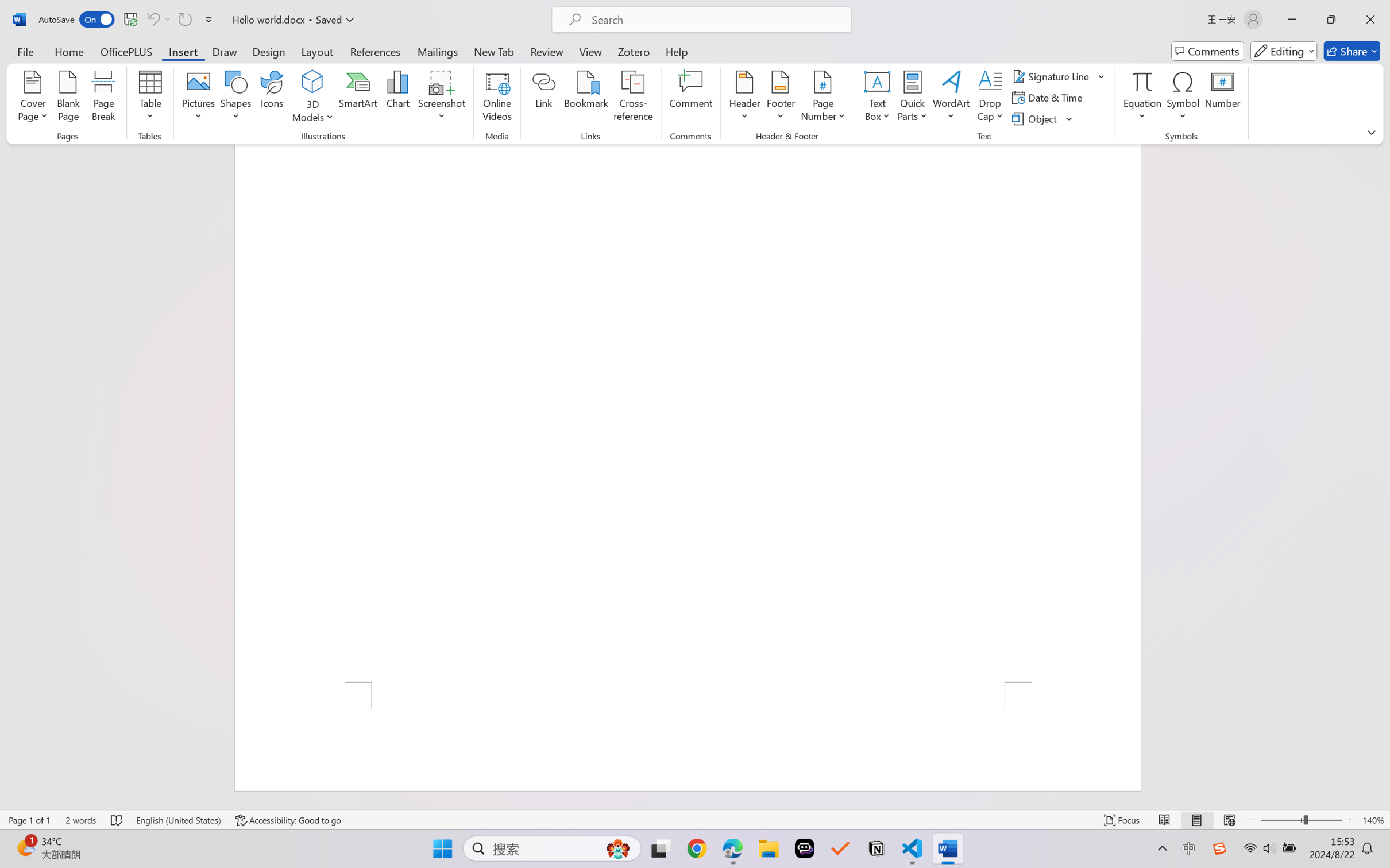  Describe the element at coordinates (30, 820) in the screenshot. I see `'Page Number Page 1 of 1'` at that location.